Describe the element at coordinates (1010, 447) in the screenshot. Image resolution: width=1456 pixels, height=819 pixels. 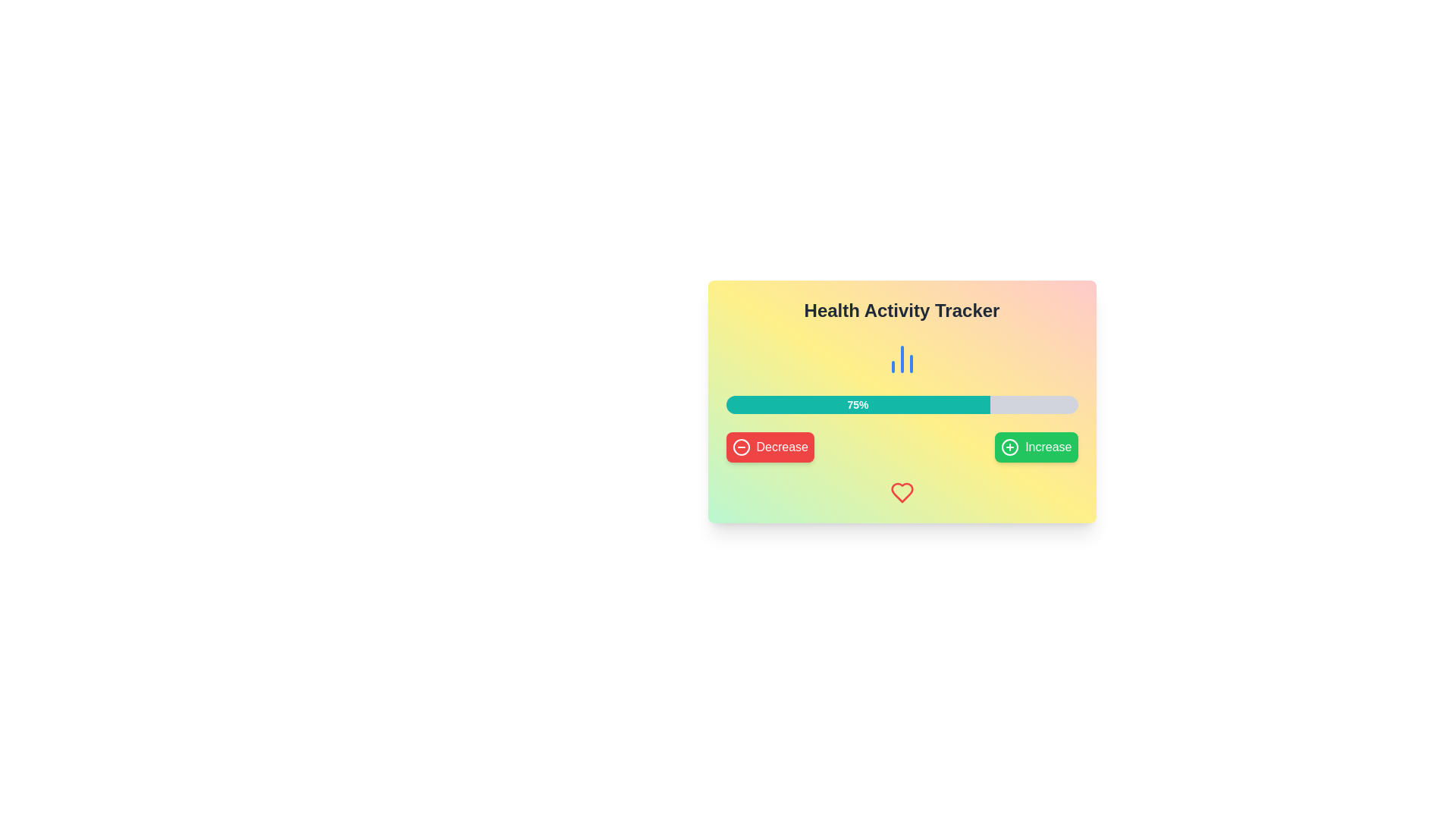
I see `the circular green icon with a plus sign inside the 'Increase' button` at that location.